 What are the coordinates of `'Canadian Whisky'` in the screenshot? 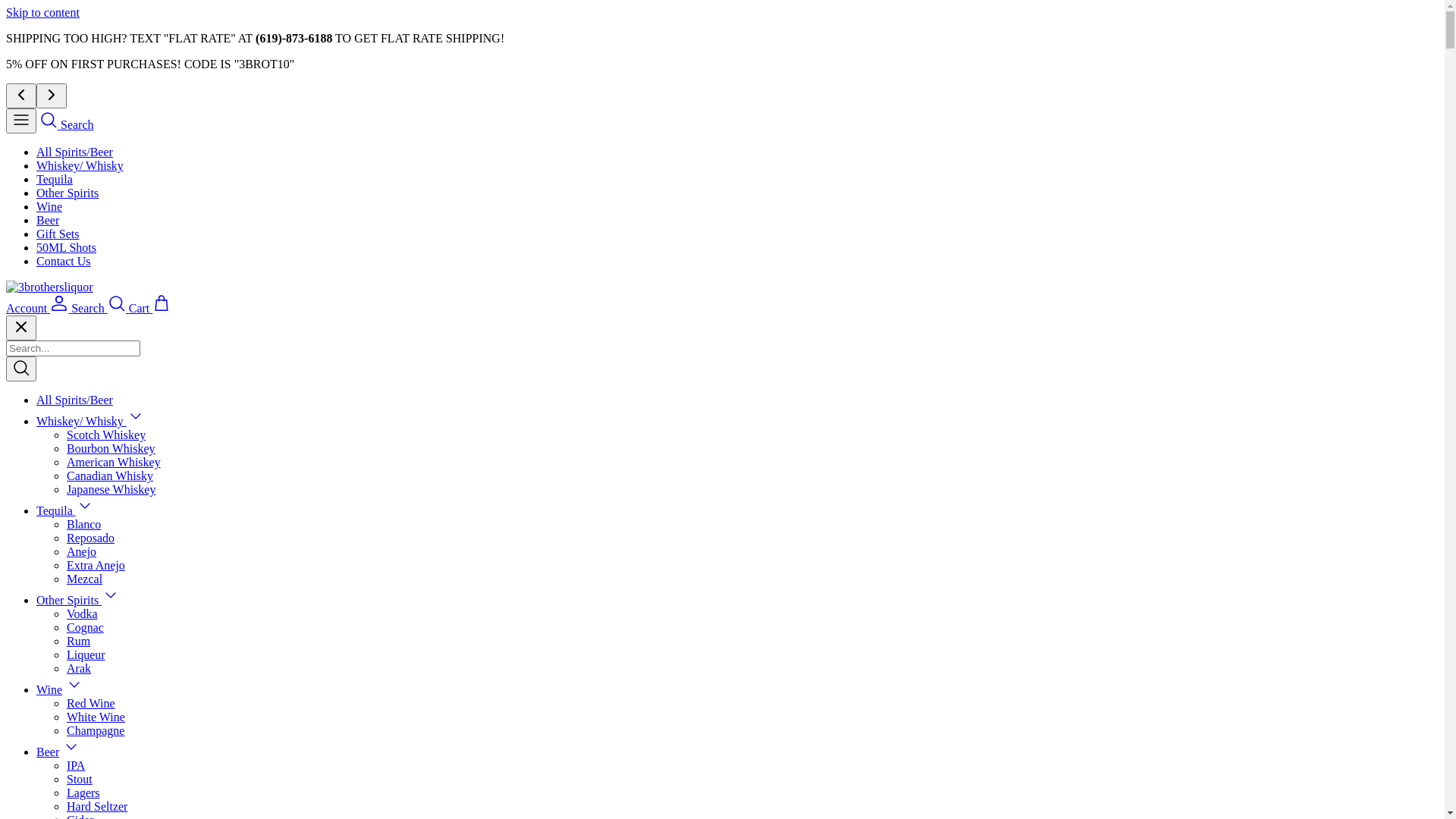 It's located at (65, 475).